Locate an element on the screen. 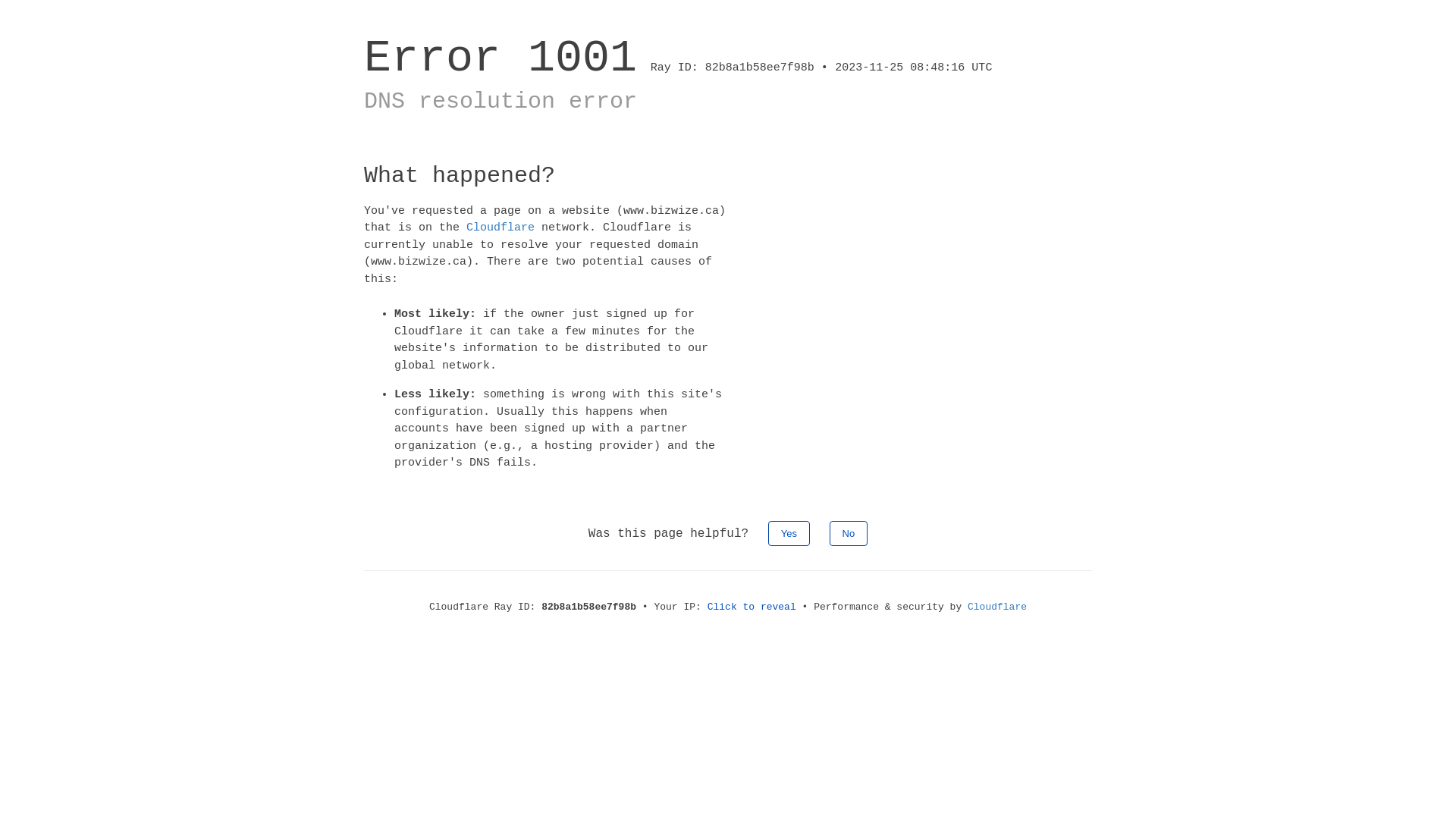  'Cloudflare' is located at coordinates (997, 605).